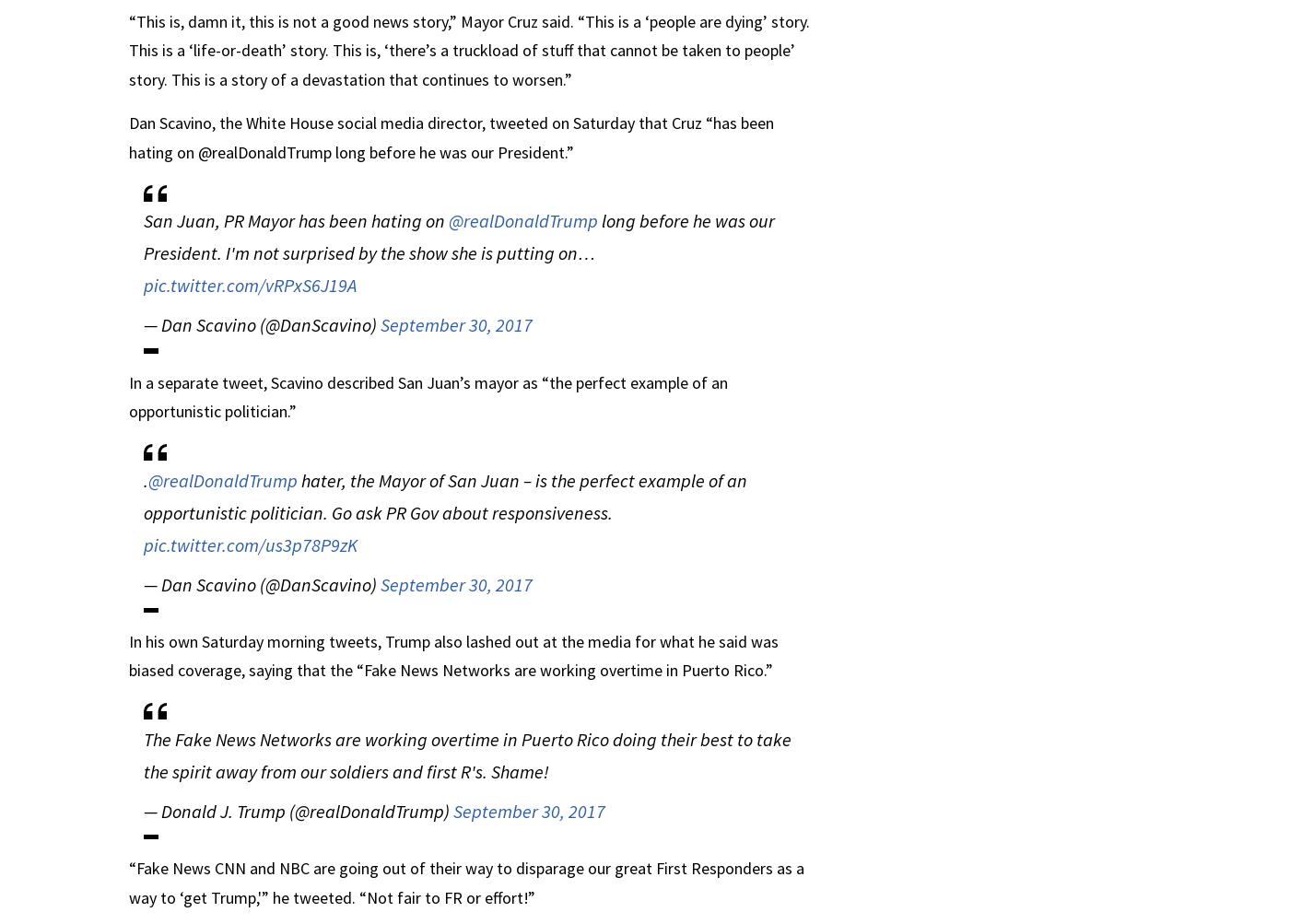  What do you see at coordinates (459, 236) in the screenshot?
I see `'long before he was our President. I'm not surprised by the show she is putting on…'` at bounding box center [459, 236].